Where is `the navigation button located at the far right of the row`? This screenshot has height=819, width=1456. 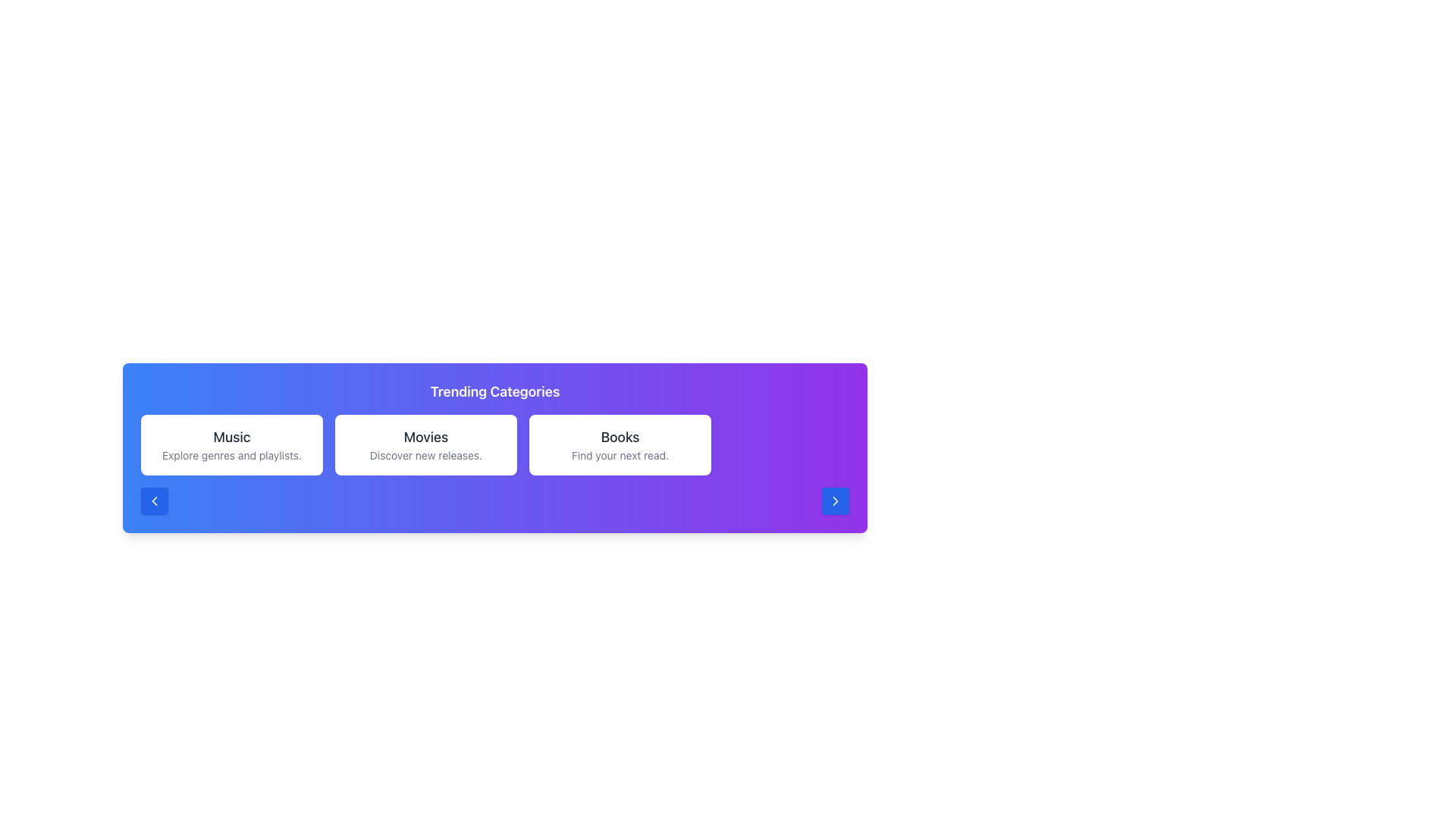
the navigation button located at the far right of the row is located at coordinates (835, 500).